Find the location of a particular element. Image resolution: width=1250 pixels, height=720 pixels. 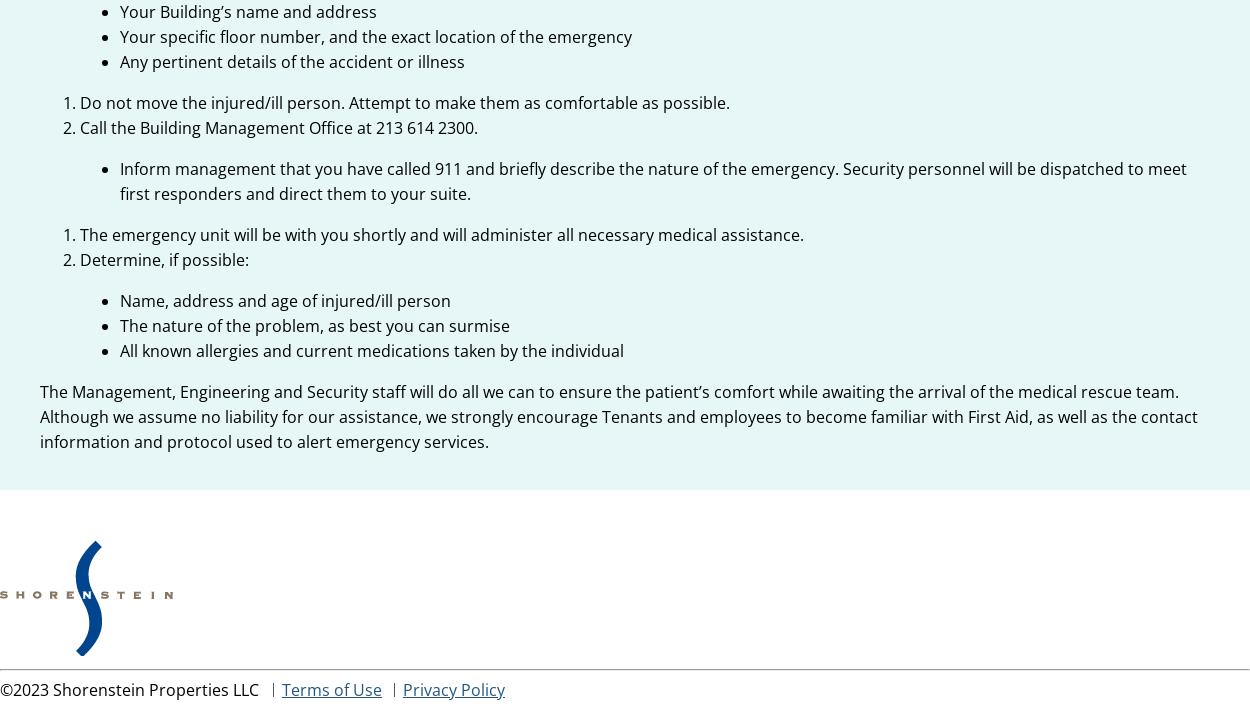

'Terms of Use' is located at coordinates (331, 688).